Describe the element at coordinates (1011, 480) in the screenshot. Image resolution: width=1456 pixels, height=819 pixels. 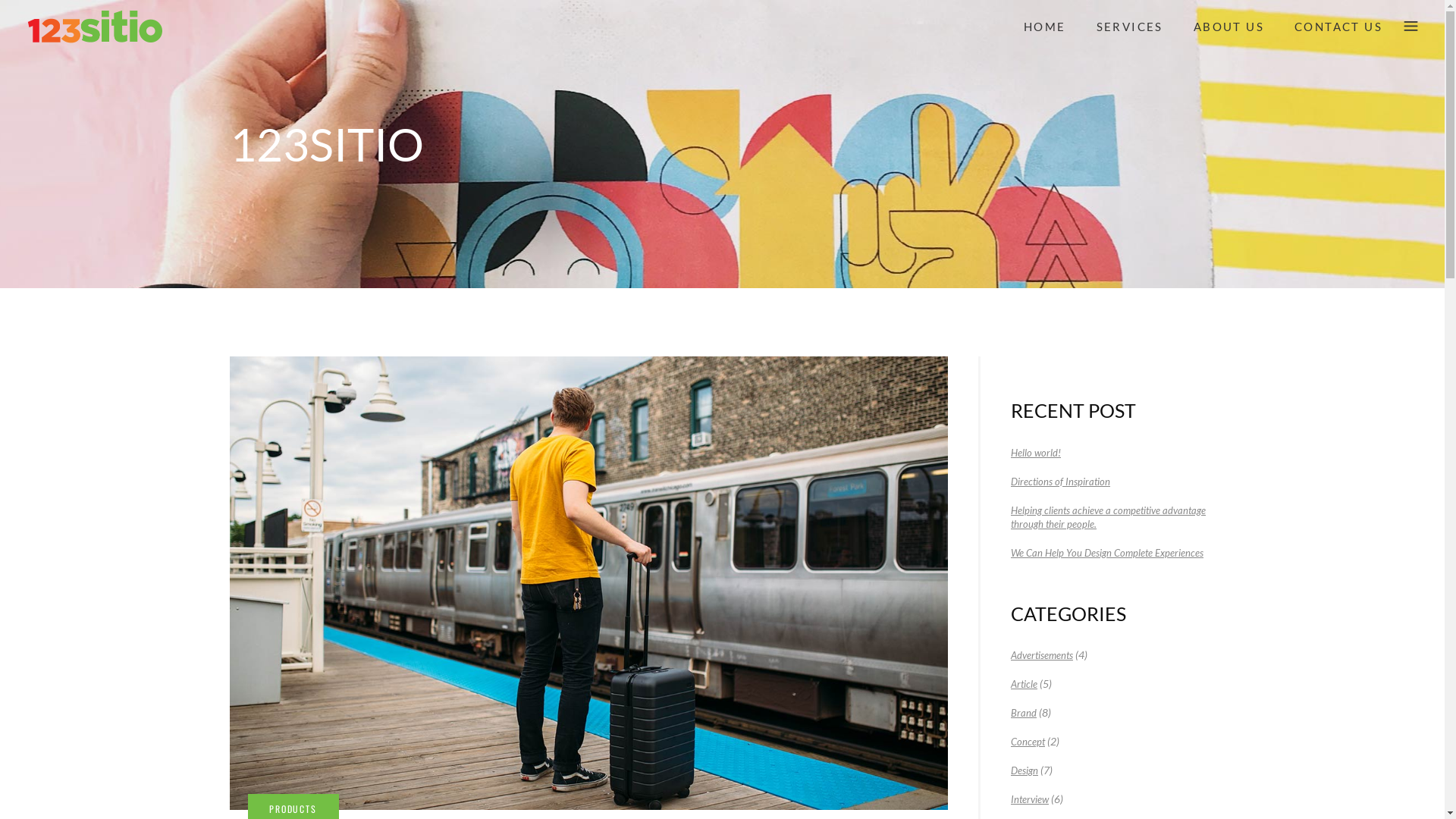
I see `'Directions of Inspiration'` at that location.